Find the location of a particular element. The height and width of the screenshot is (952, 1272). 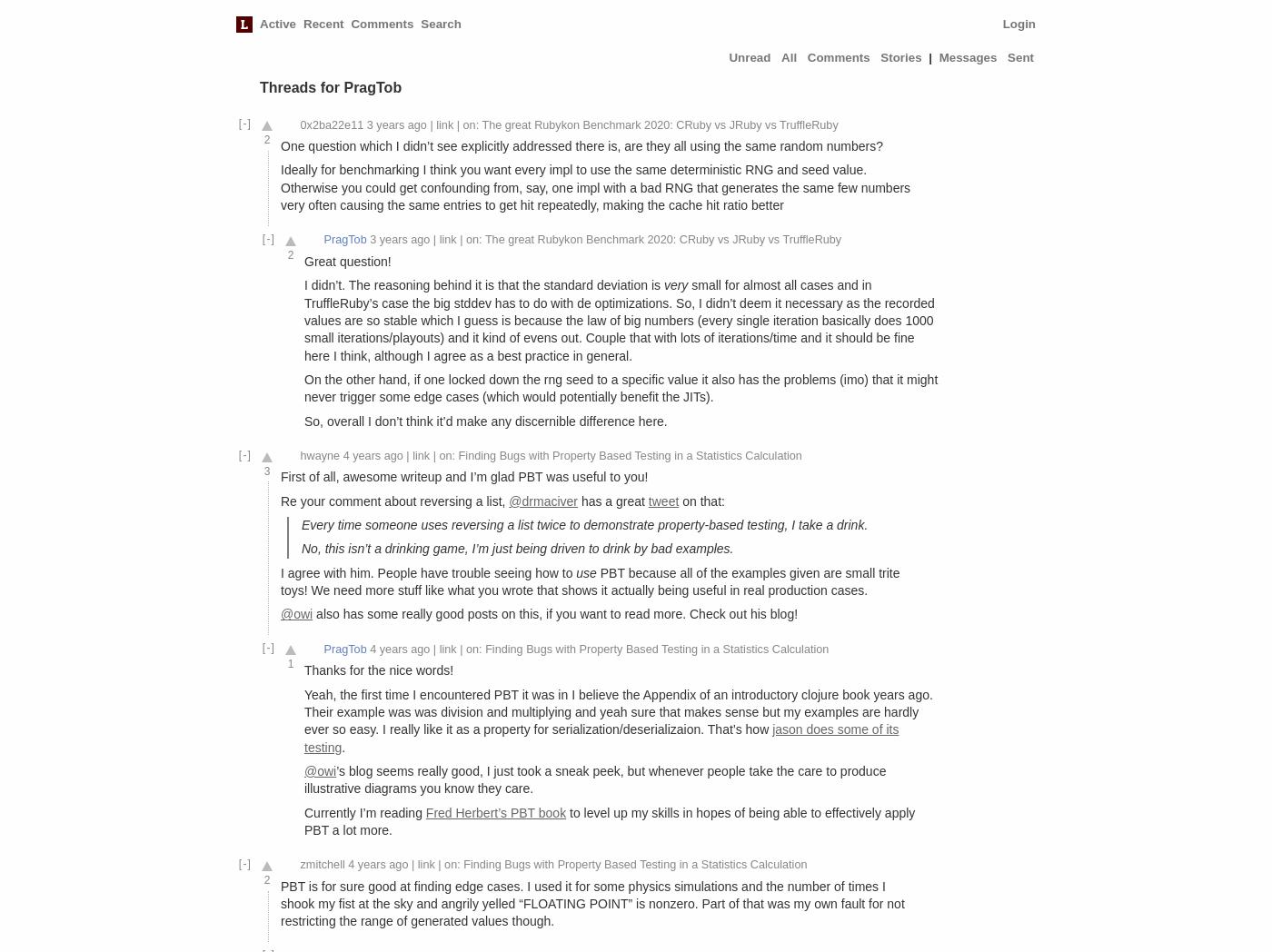

'I agree with him. People have trouble seeing how to' is located at coordinates (428, 570).